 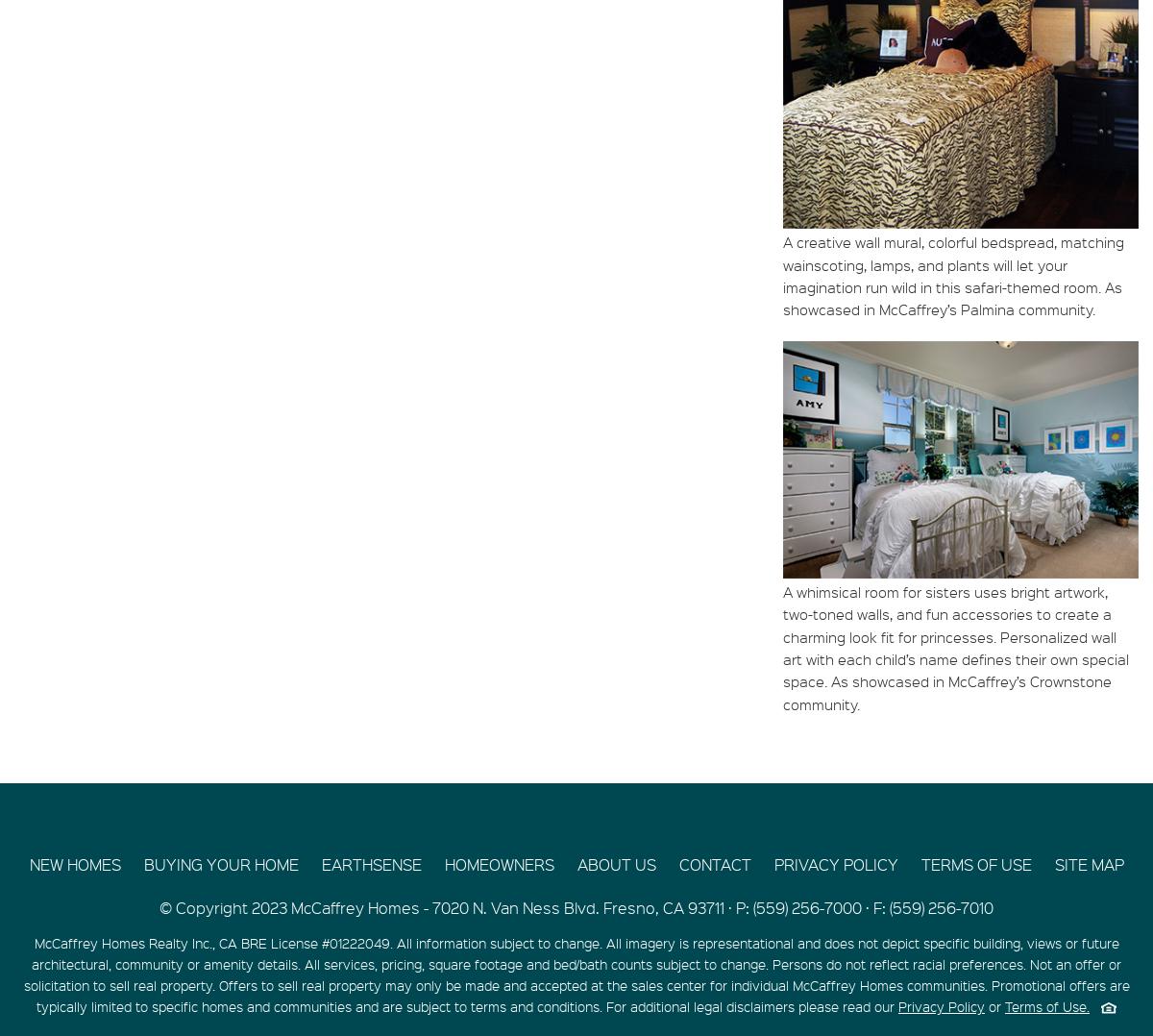 I want to click on 'Privacy Policy', so click(x=942, y=1005).